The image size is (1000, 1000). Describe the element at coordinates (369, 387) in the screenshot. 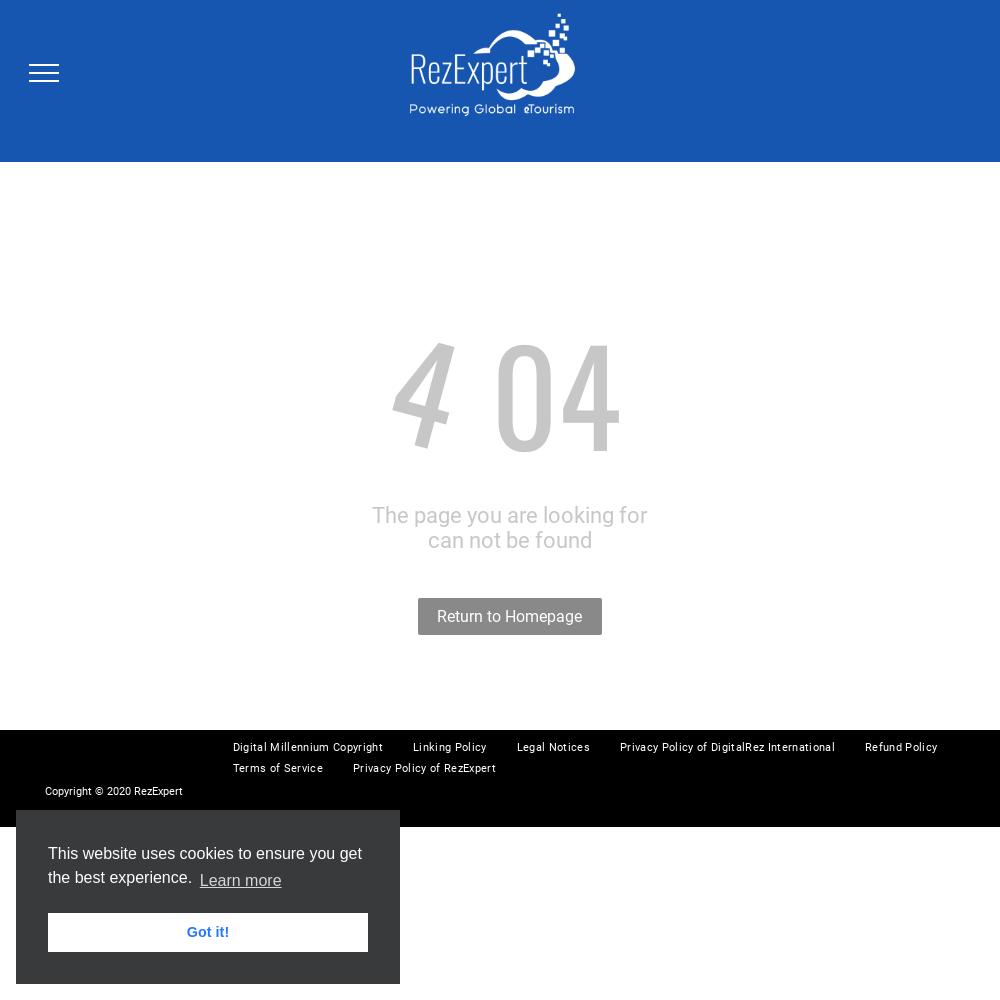

I see `'4'` at that location.